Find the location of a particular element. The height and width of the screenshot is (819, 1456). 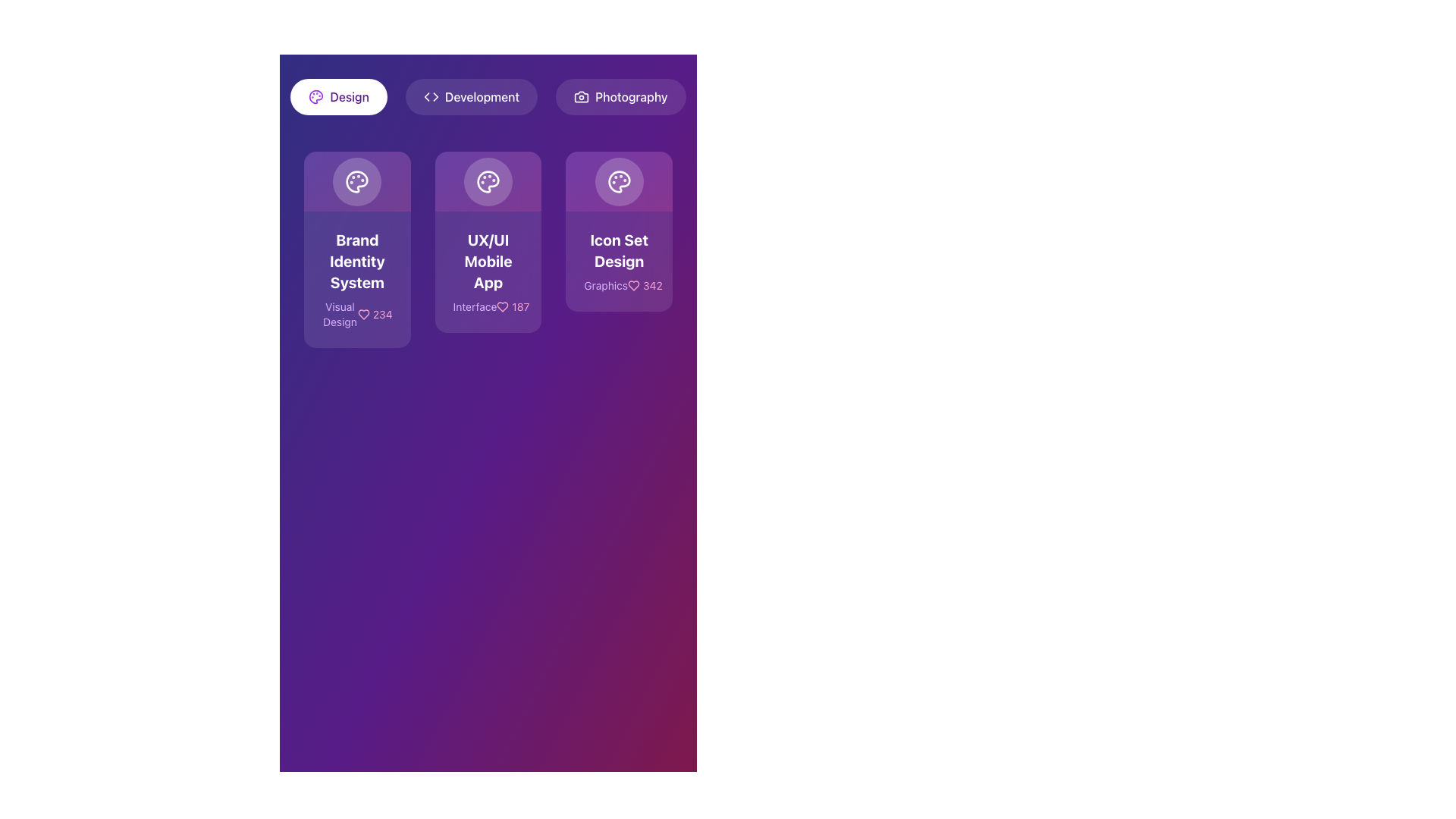

the left arrow icon, which is part of an SVG group of icons is located at coordinates (425, 96).